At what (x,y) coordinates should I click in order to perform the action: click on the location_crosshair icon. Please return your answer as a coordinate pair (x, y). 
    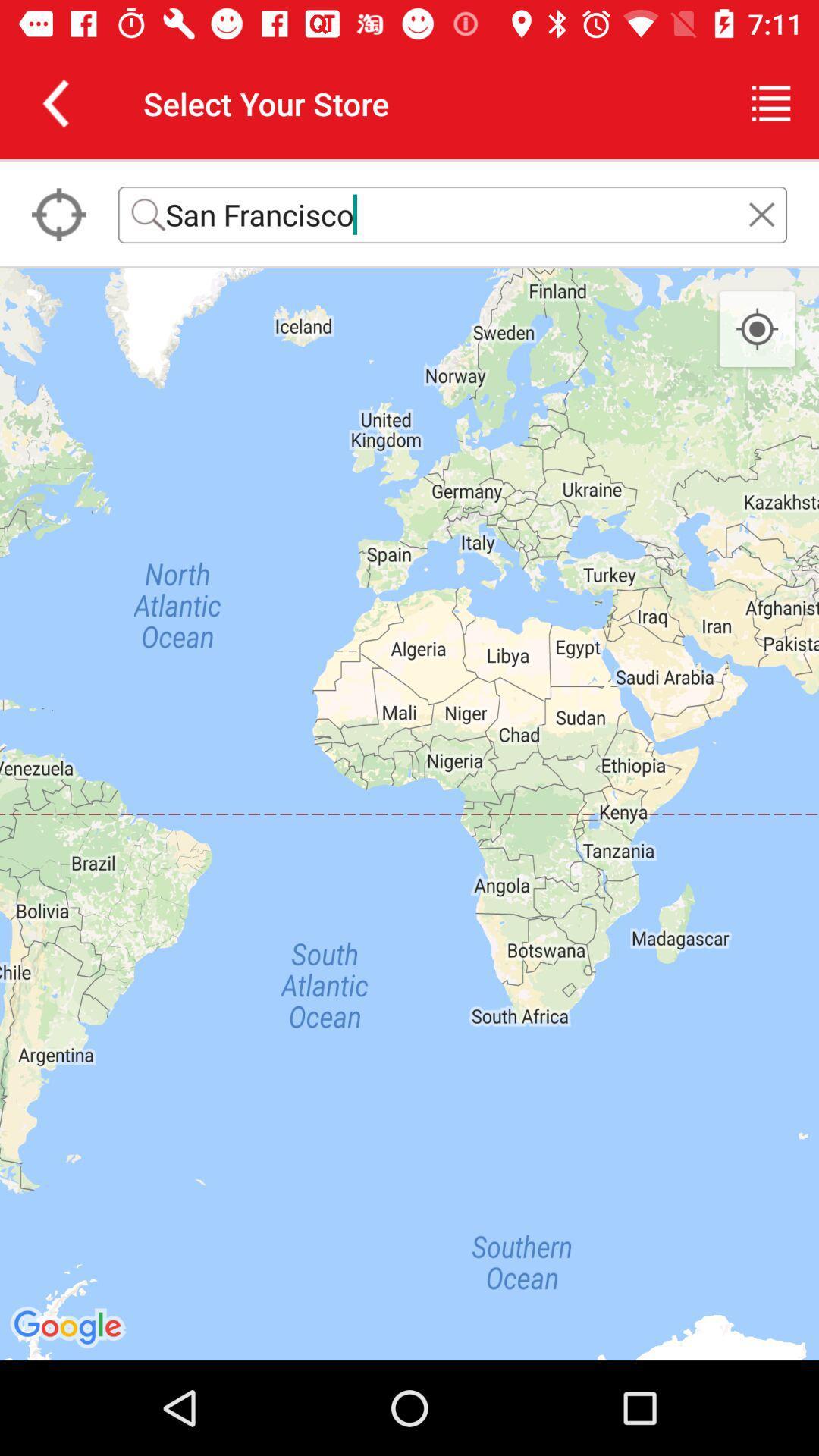
    Looking at the image, I should click on (757, 329).